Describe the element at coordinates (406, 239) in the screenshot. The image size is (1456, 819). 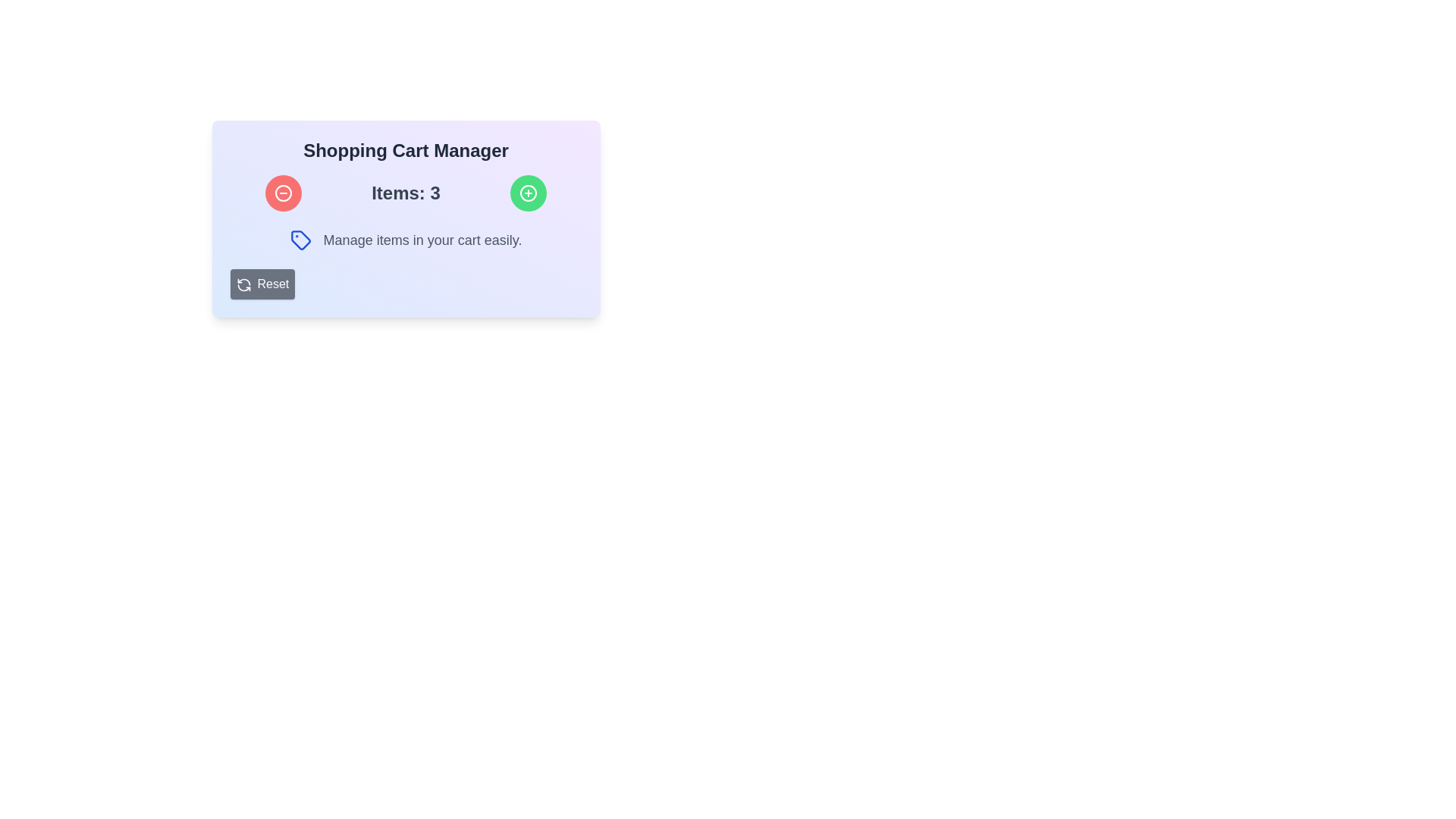
I see `the text with icon that provides instructions related to managing items in the shopping cart, located under 'Items: 3' and above the 'Reset' button within the 'Shopping Cart Manager' card` at that location.